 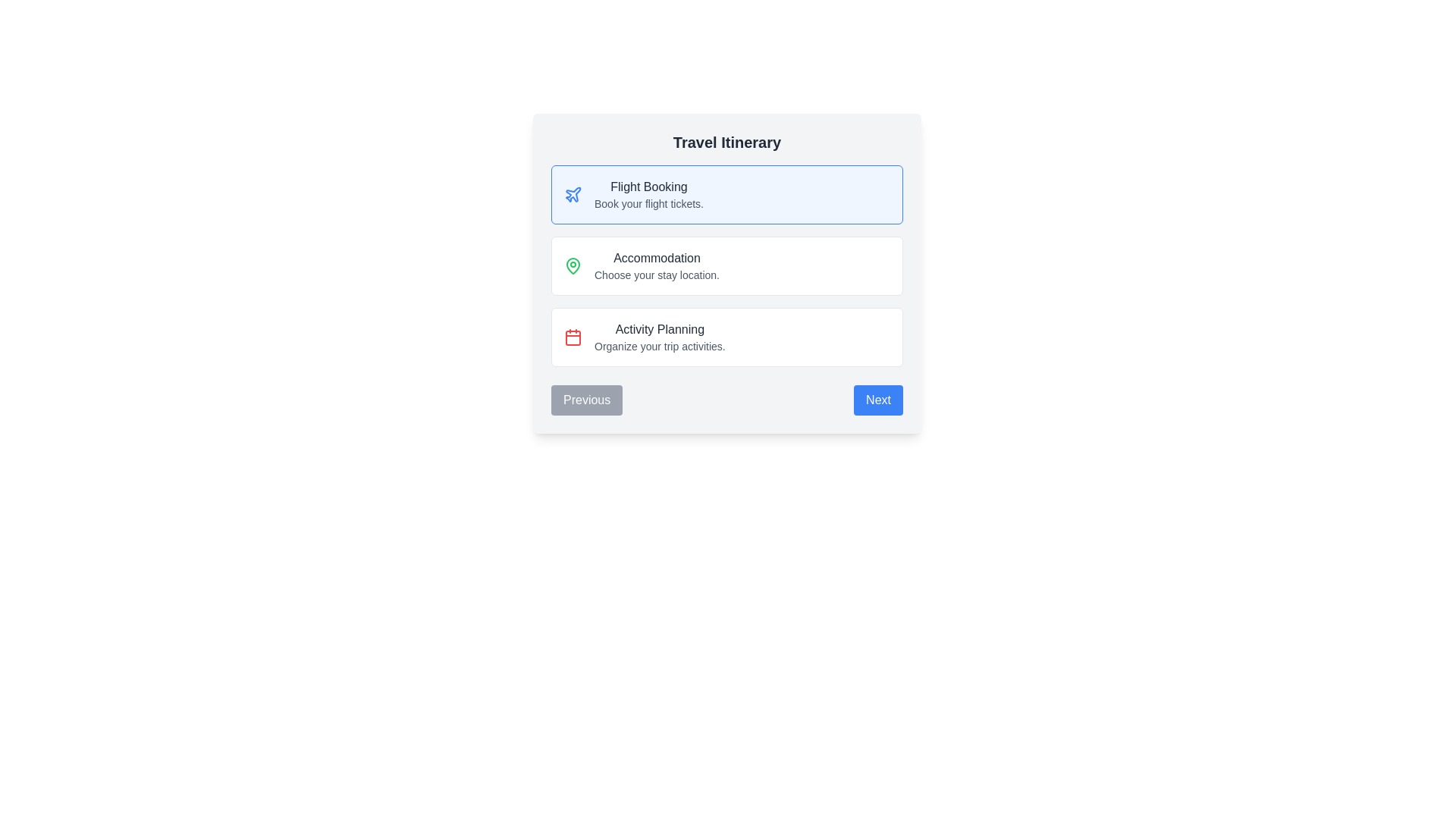 I want to click on the core part of the calendar icon, which is positioned to the left of the 'Activity Planning' text description, so click(x=572, y=337).